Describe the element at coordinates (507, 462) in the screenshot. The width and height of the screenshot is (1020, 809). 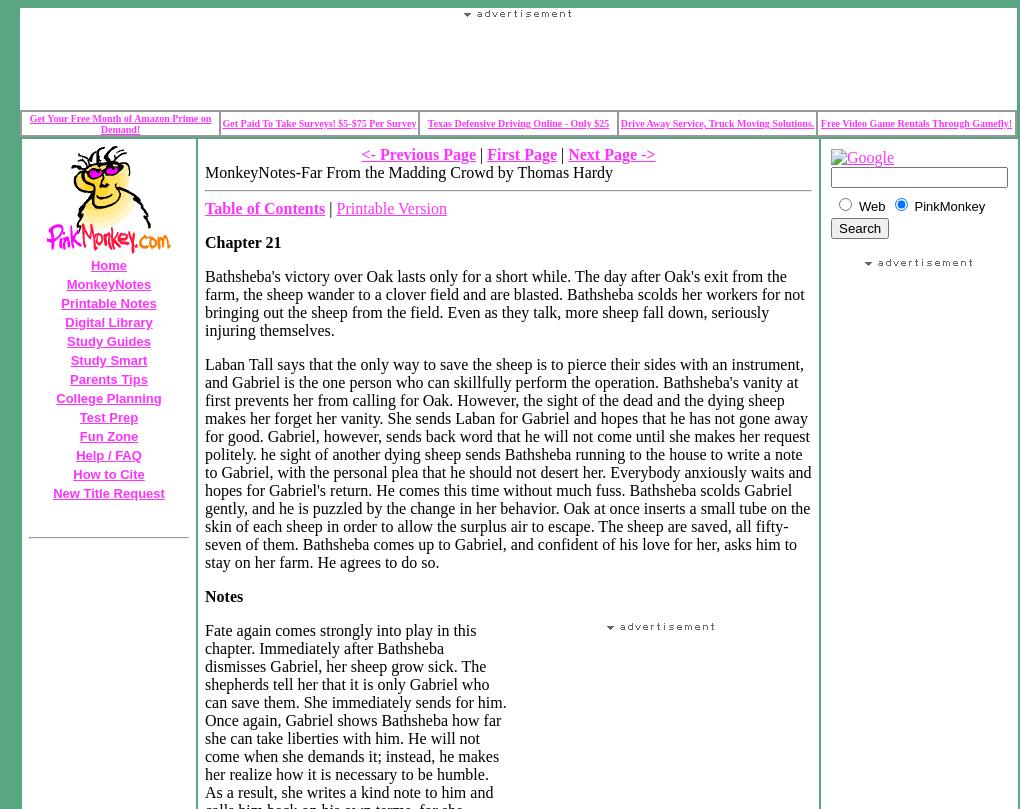
I see `'Laban Tall says that the only way to save the sheep is to pierce 
their sides with an instrument, and Gabriel is the one person who 
can skillfully perform the operation. Bathsheba's vanity at first 
prevents her from calling for Oak. However, the sight of the dead 
and the dying sheep makes her forget her vanity. She sends Laban 
for Gabriel and hopes that he has not gone away for good. Gabriel, 
however, sends back word that he will not come until she makes 
her request politely. he sight of another dying sheep sends 
Bathsheba running to the house to write a note to Gabriel, with the 
personal plea that he should not desert her. Everybody anxiously 
waits and hopes for Gabriel's return. He comes this time without 
much fuss. Bathsheba scolds Gabriel gently, and he is puzzled by 
the change in her behavior. Oak at once inserts a small tube on the 
skin of each sheep in order to allow the surplus air to escape. The 
sheep are saved, all fifty-seven of them. Bathsheba comes up to 
Gabriel, and confident of his love for her, asks him to stay on her 
farm. He agrees to do so.'` at that location.